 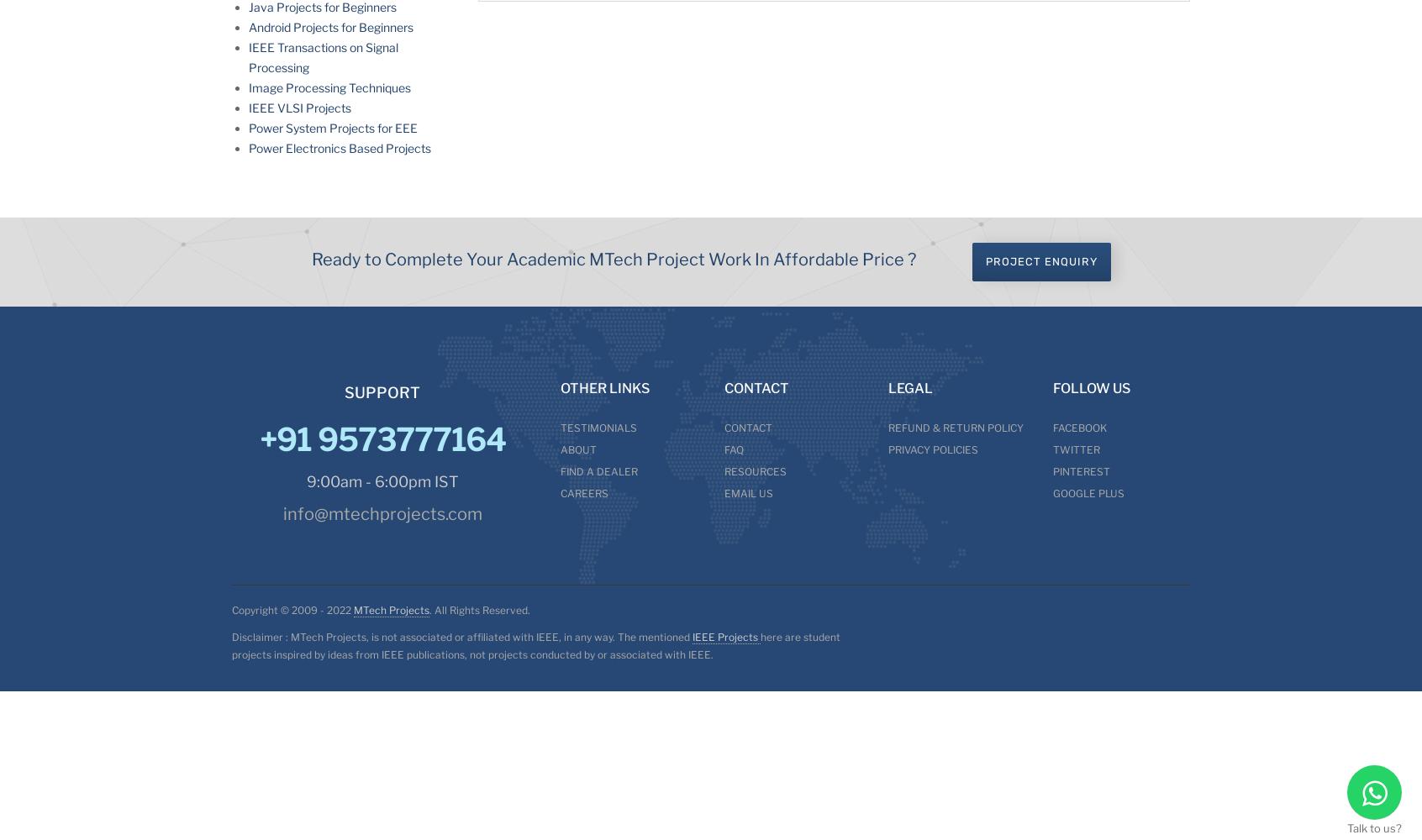 I want to click on 'REFUND & RETURN POLICY', so click(x=955, y=428).